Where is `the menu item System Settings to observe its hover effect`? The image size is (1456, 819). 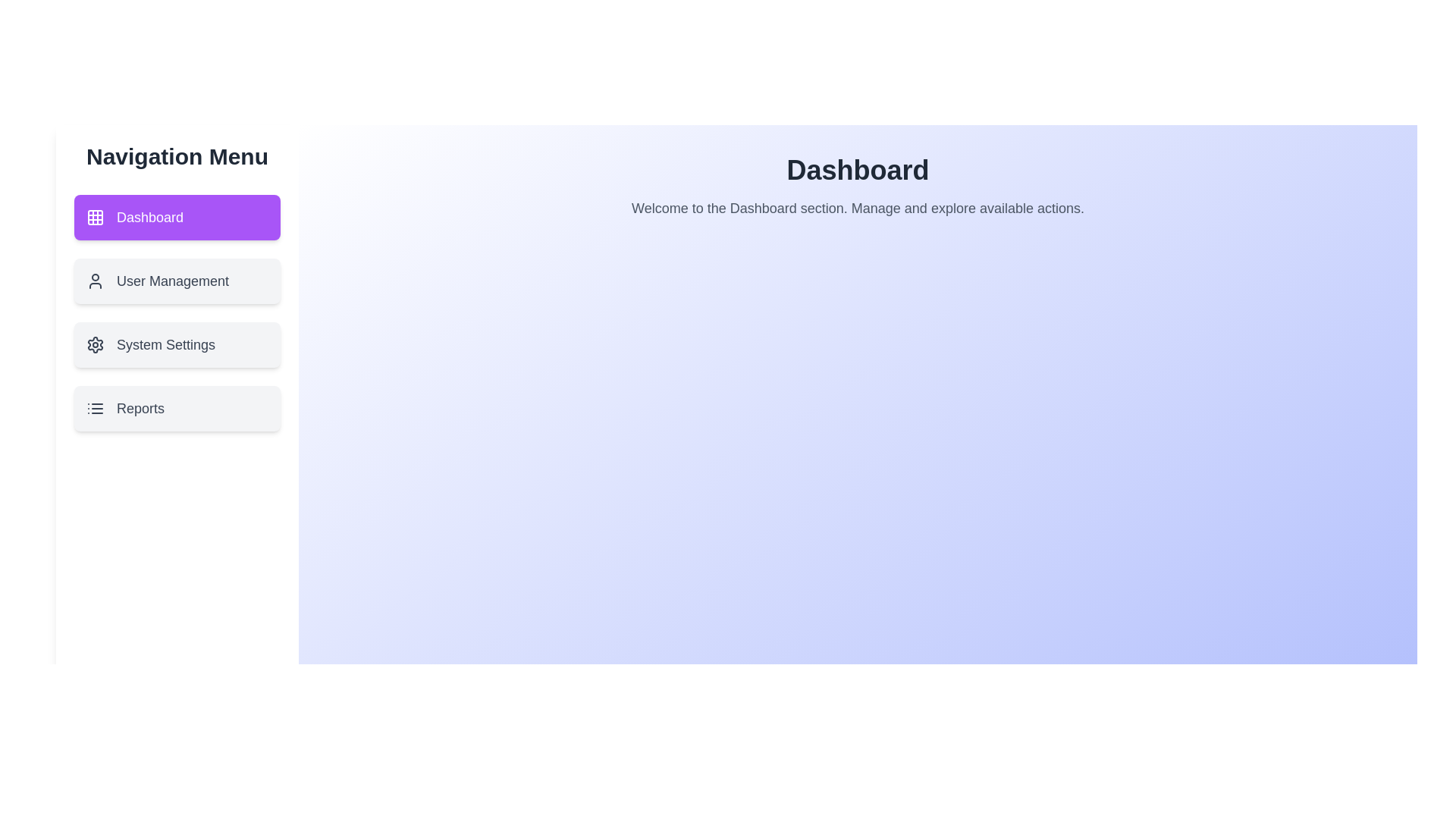
the menu item System Settings to observe its hover effect is located at coordinates (177, 345).